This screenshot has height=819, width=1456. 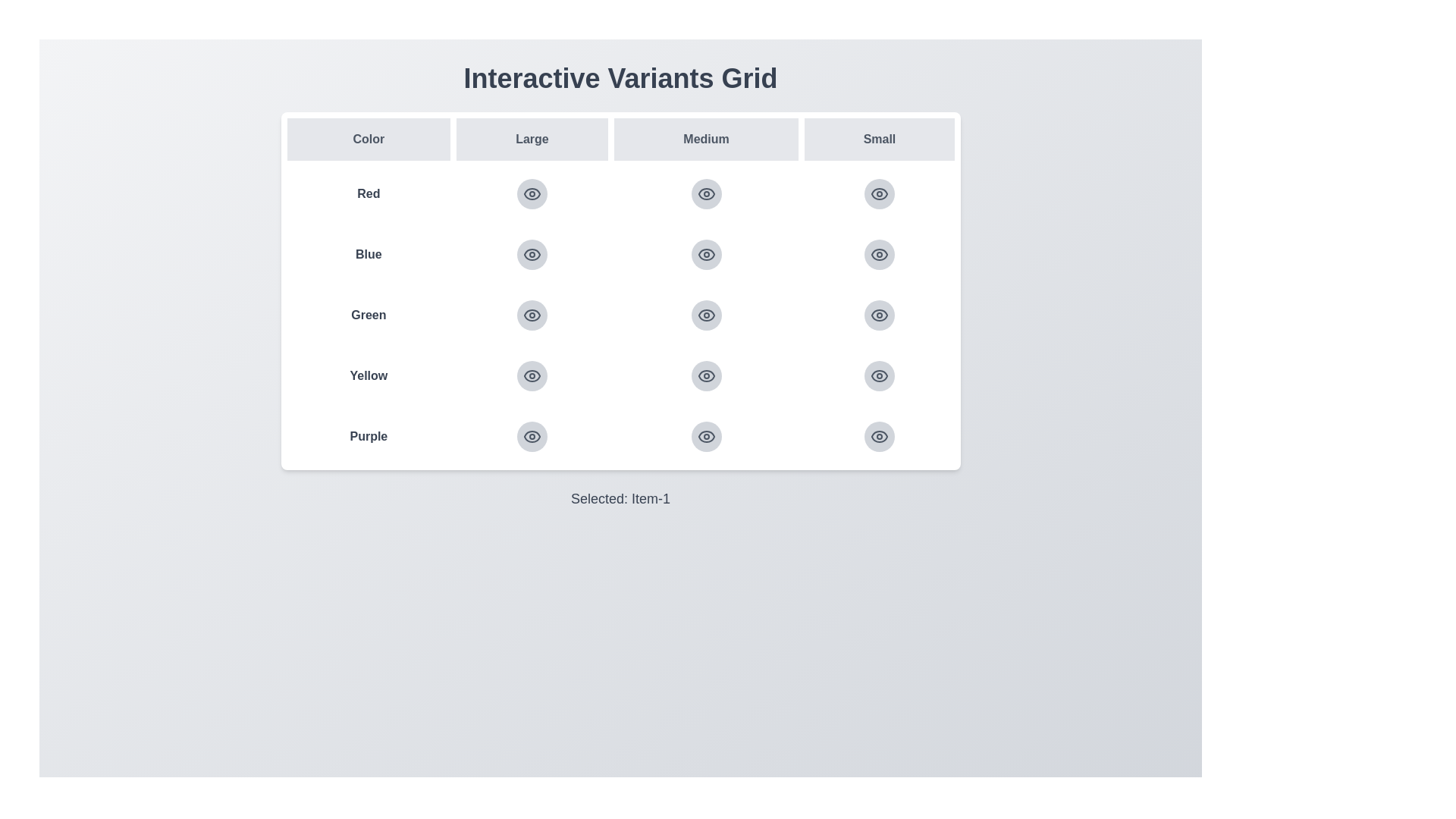 What do you see at coordinates (532, 253) in the screenshot?
I see `the eye-shaped icon located in the 'Blue' row and second column labeled 'Large'` at bounding box center [532, 253].